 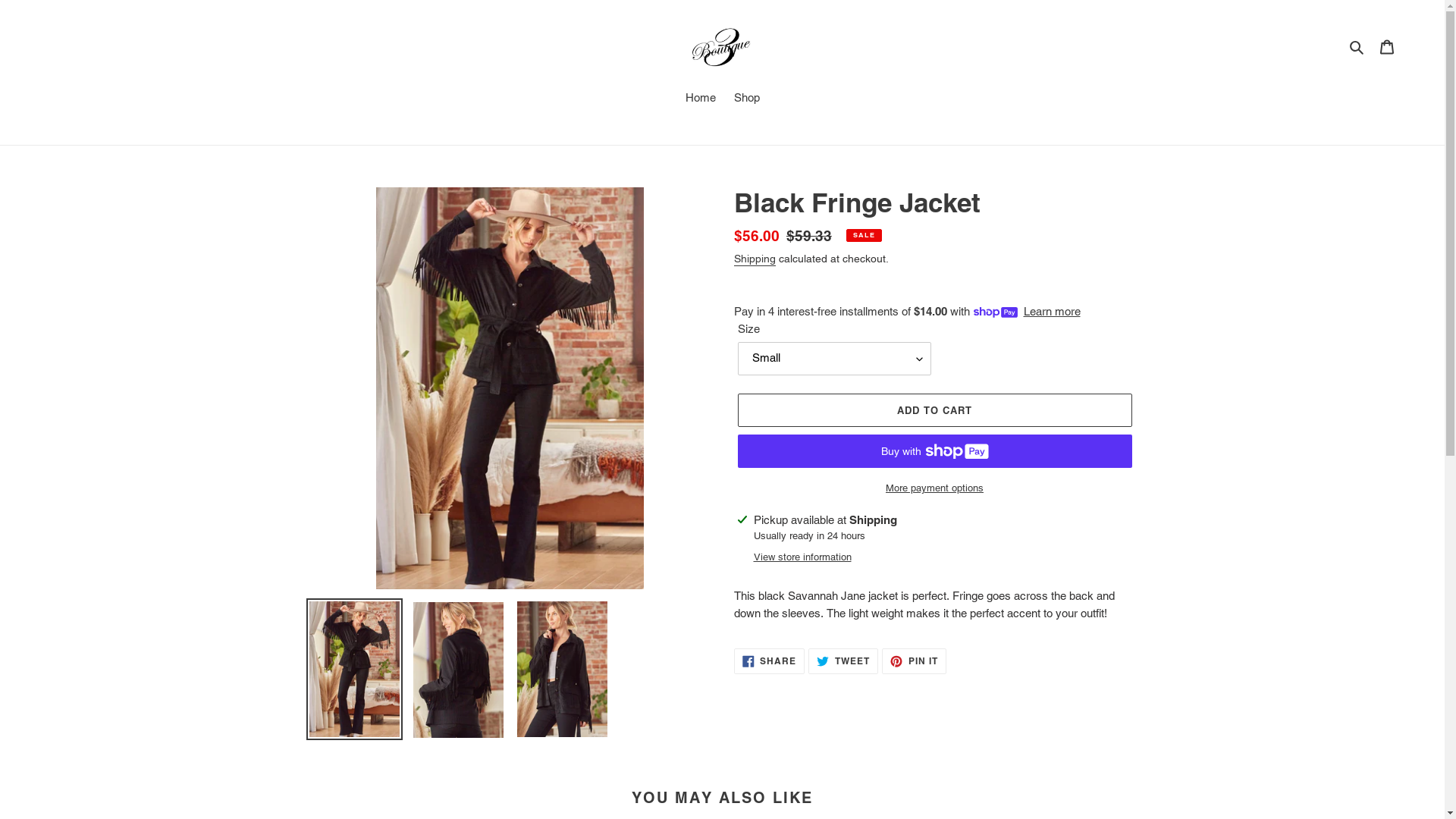 I want to click on 'Shipping', so click(x=734, y=259).